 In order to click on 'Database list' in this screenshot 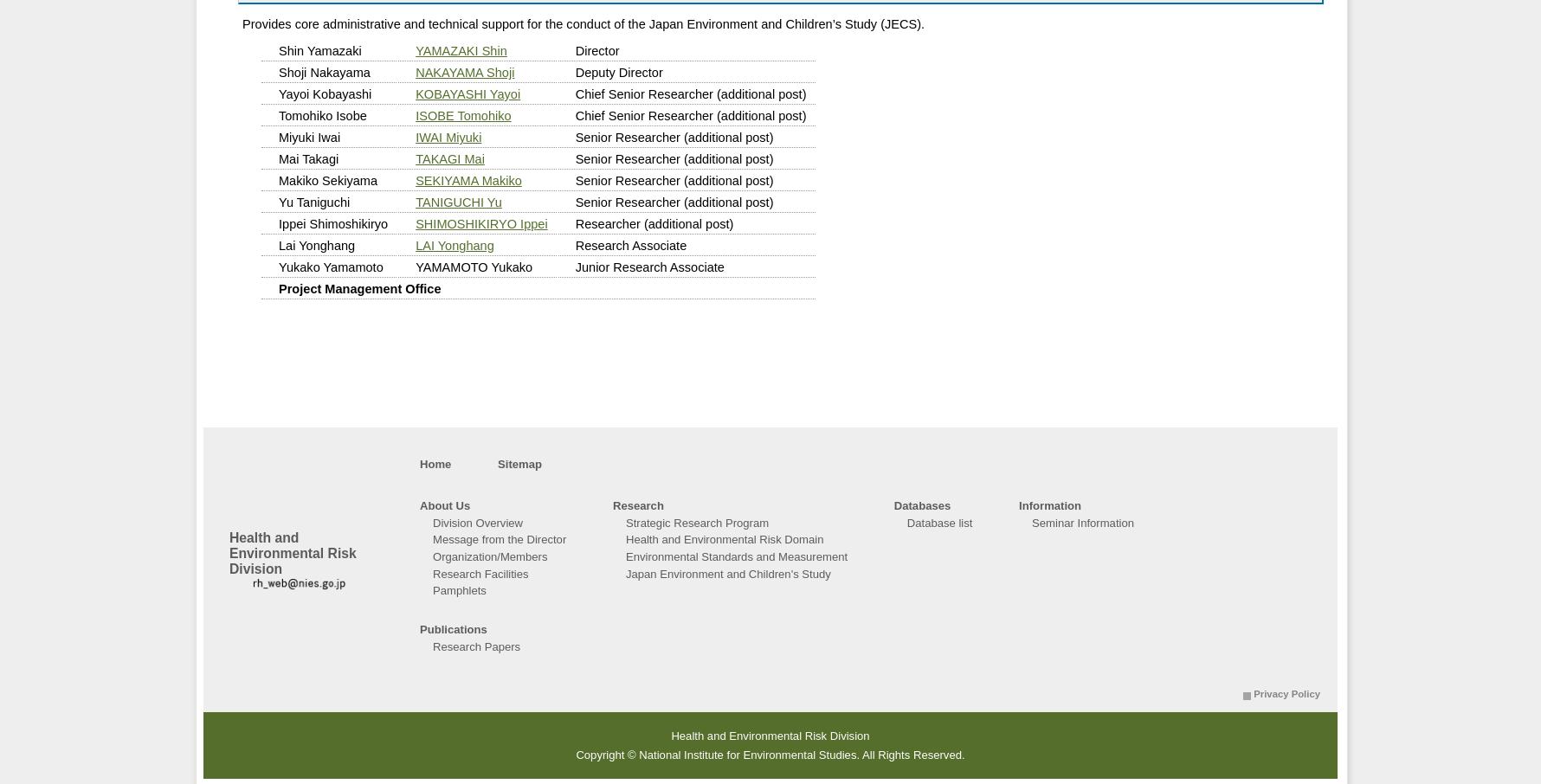, I will do `click(939, 522)`.